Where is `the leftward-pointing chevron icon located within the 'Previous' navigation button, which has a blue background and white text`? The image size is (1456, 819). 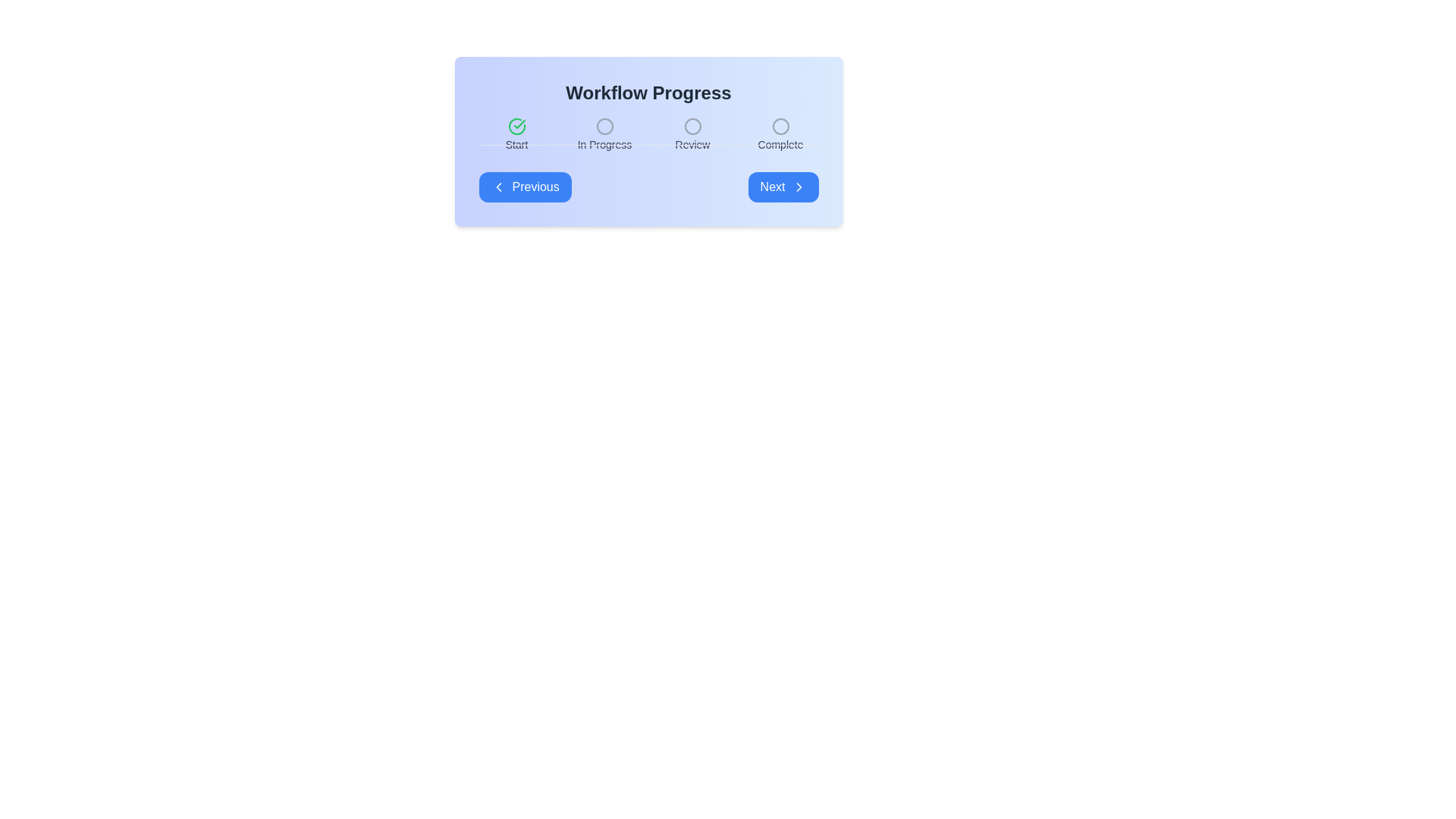
the leftward-pointing chevron icon located within the 'Previous' navigation button, which has a blue background and white text is located at coordinates (498, 186).